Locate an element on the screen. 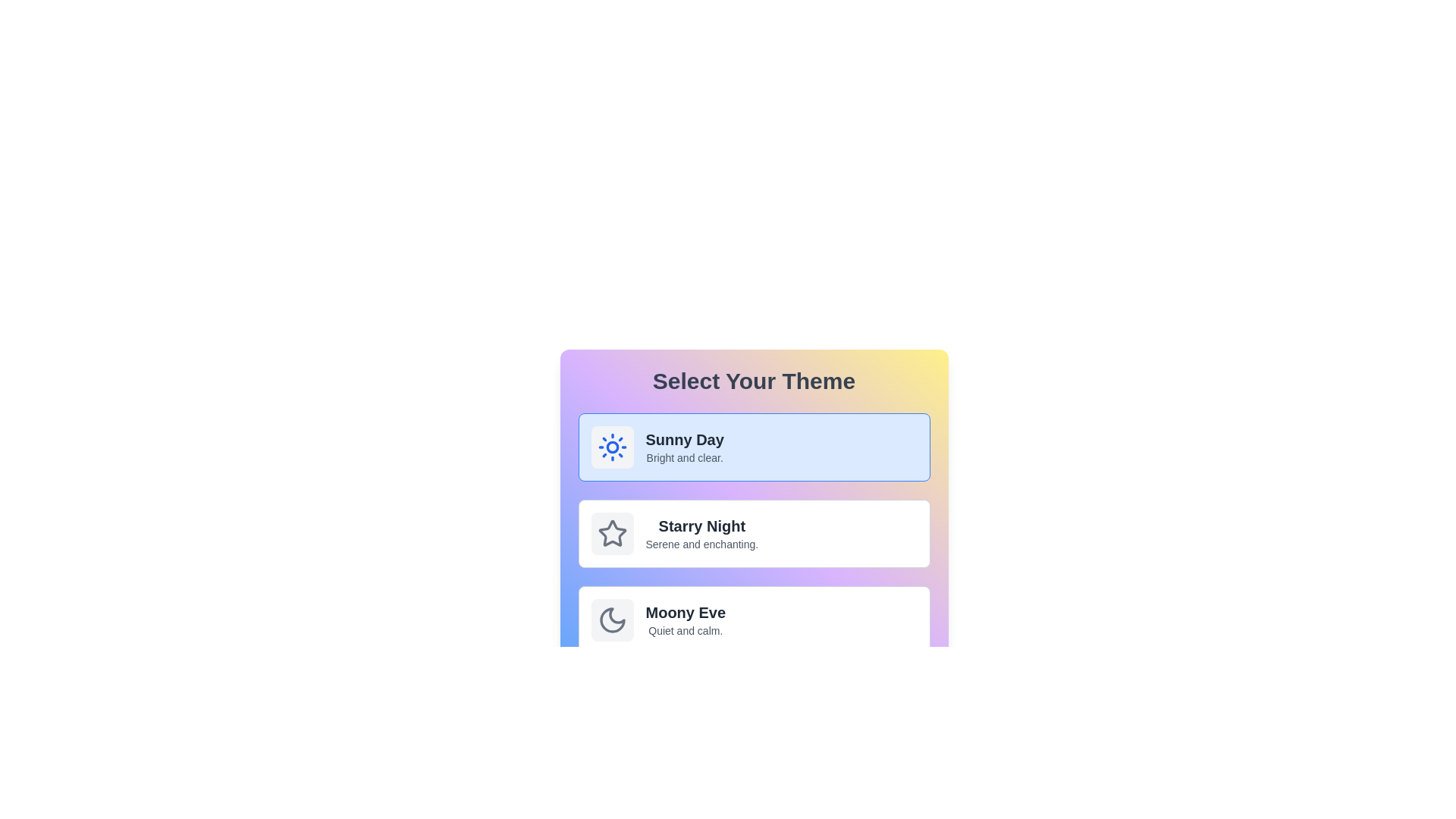 Image resolution: width=1456 pixels, height=819 pixels. the static text label that provides additional information about the theme option 'Sunny Day', positioned below the text 'Sunny Day' in the card layout is located at coordinates (684, 457).